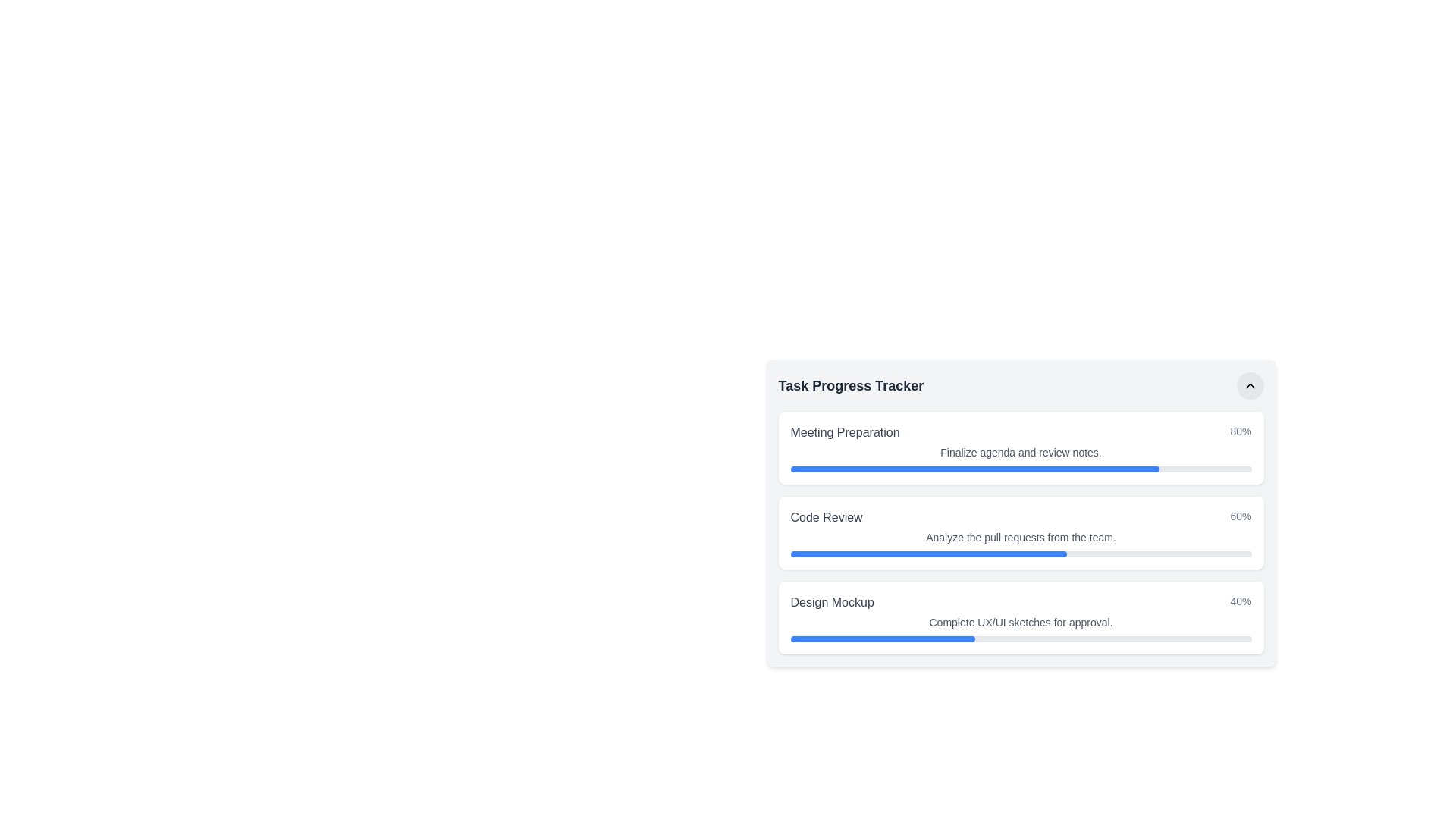 The width and height of the screenshot is (1456, 819). What do you see at coordinates (1021, 452) in the screenshot?
I see `the text block that displays 'Finalize agenda and review notes.' which is styled with small gray font and located directly below the 'Meeting Preparation' heading and its progress percentage within the task progress tracker interface` at bounding box center [1021, 452].